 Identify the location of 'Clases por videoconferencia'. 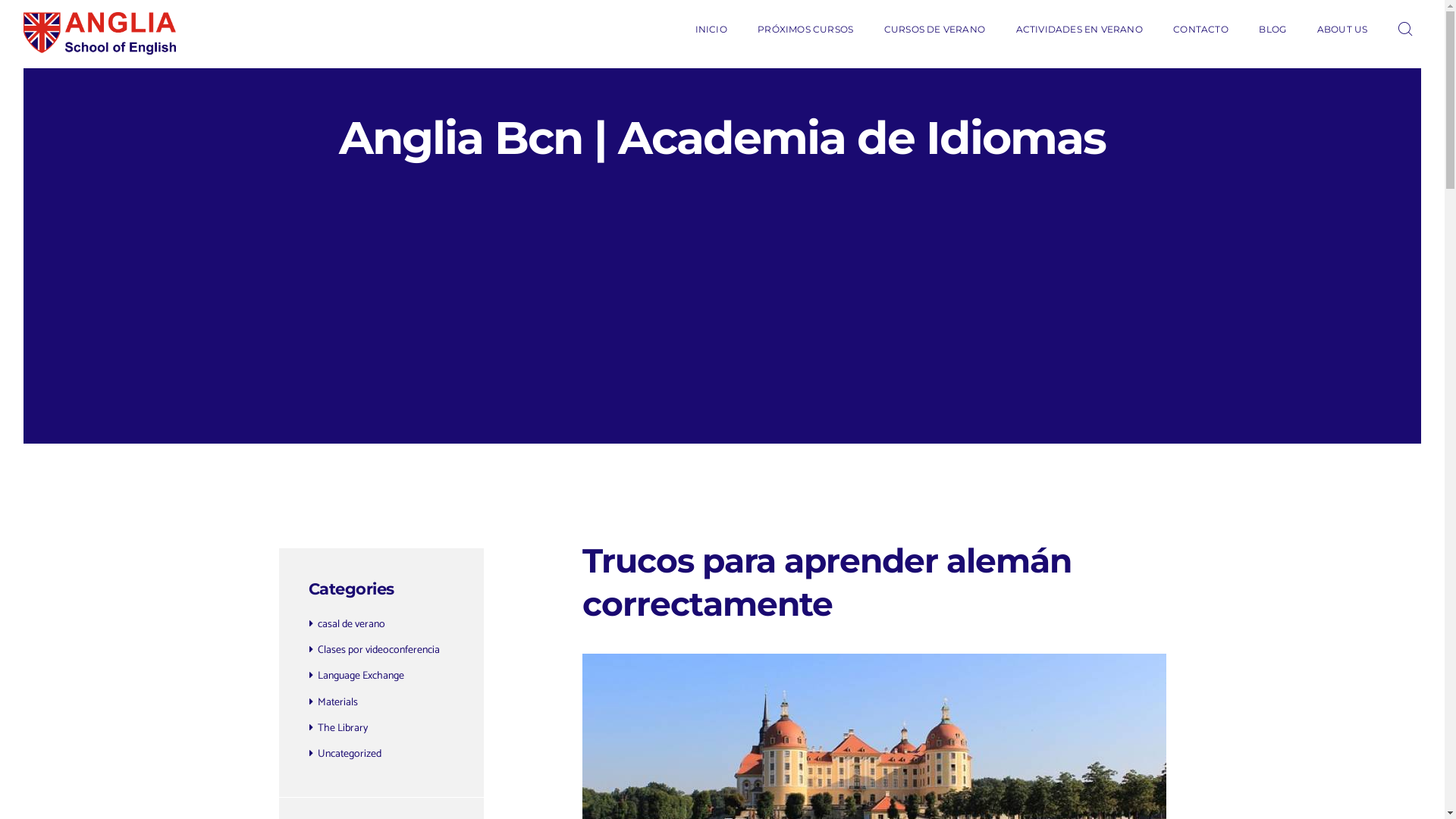
(378, 649).